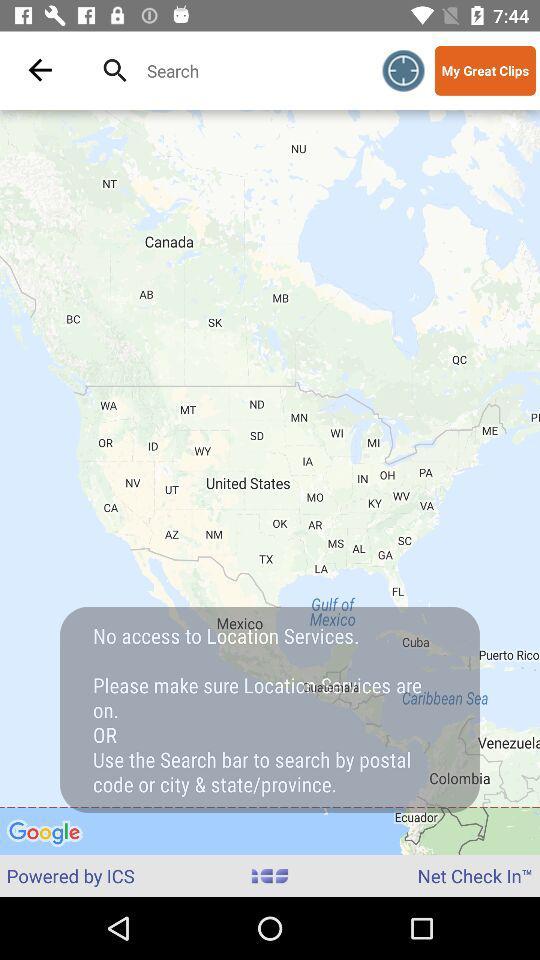 This screenshot has width=540, height=960. Describe the element at coordinates (403, 70) in the screenshot. I see `the icon next to my great clips item` at that location.